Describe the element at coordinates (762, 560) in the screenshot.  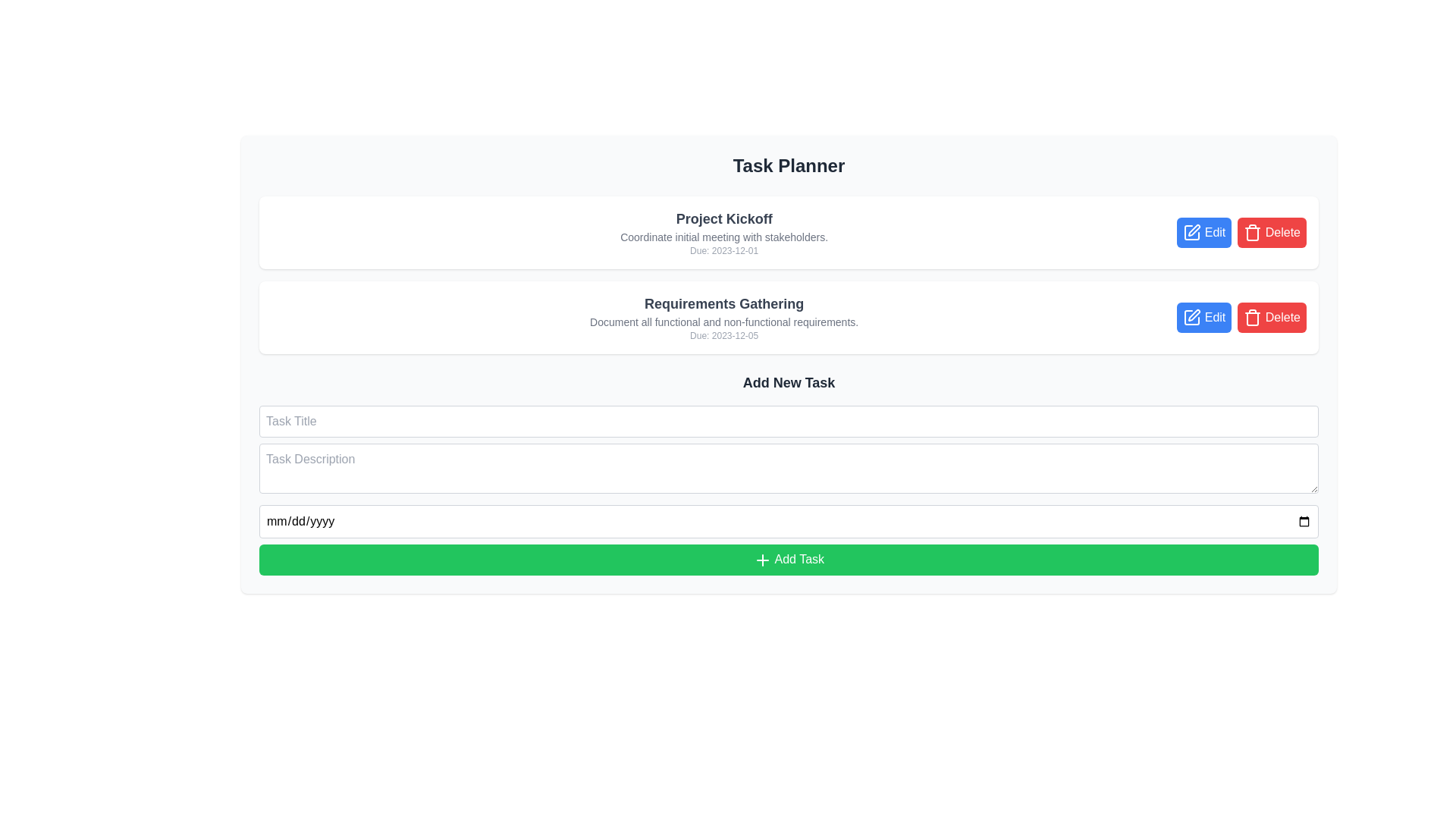
I see `the center of the green button labeled 'Add Task'` at that location.